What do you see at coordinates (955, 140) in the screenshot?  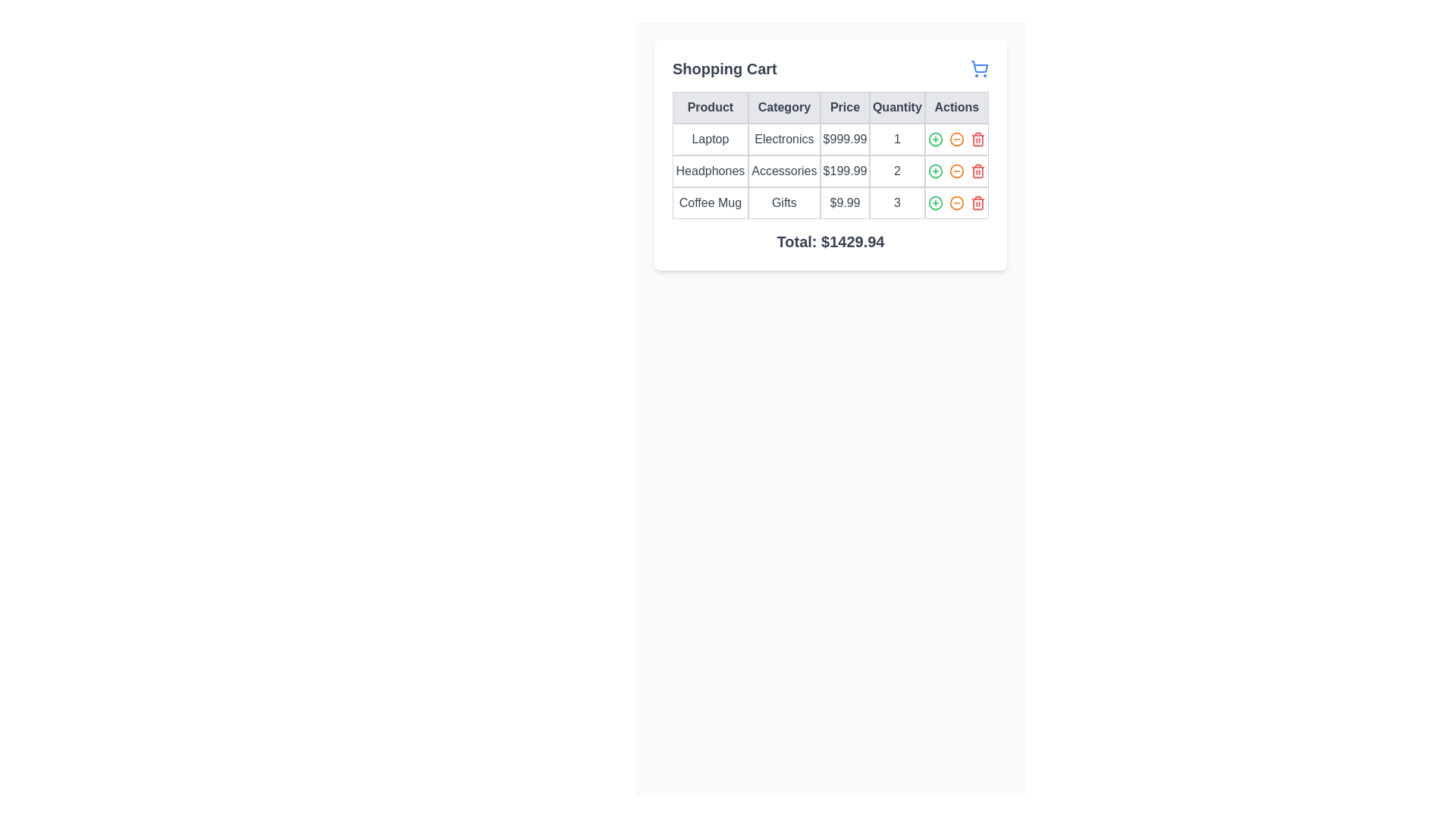 I see `the decrease quantity icon for the 'Laptop' product in the Actions column of the table` at bounding box center [955, 140].